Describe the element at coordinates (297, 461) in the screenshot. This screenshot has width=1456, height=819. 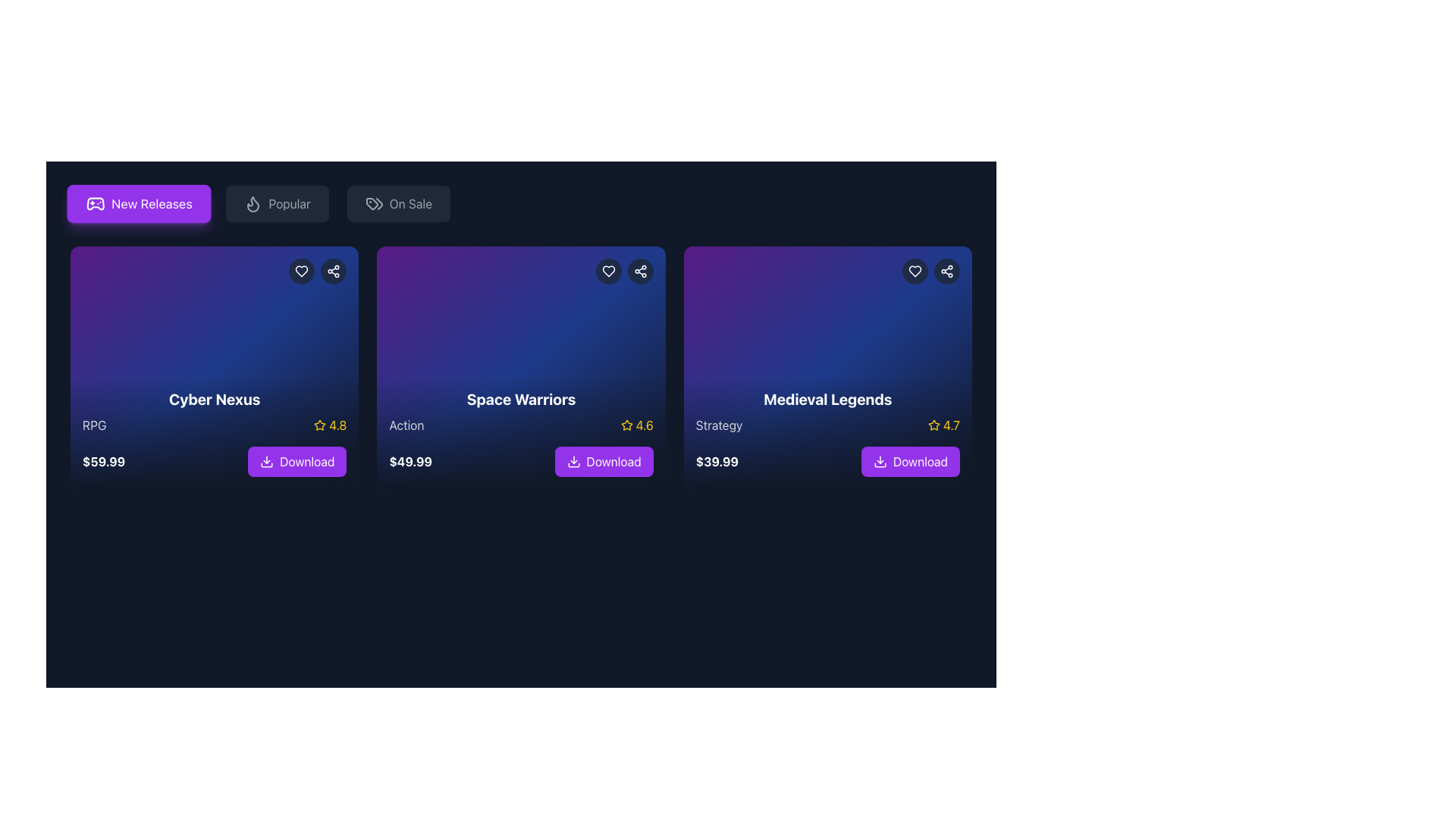
I see `the 'Download' button with a purple background and rounded edges located at the bottom of the 'Cyber Nexus' card to initiate the download` at that location.